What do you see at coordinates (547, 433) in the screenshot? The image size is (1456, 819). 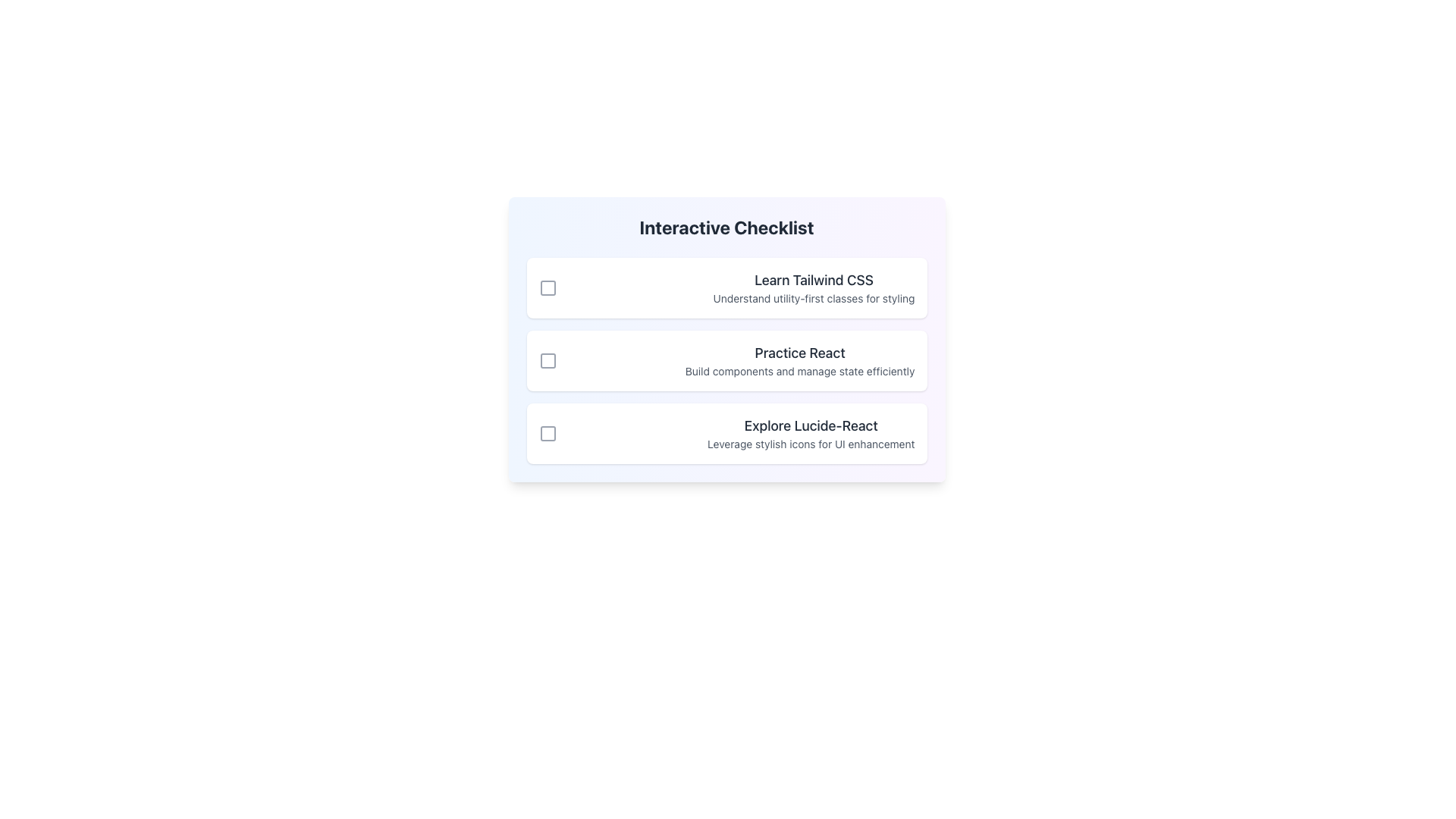 I see `the leftmost checkbox in the third row of the interactive checklist` at bounding box center [547, 433].